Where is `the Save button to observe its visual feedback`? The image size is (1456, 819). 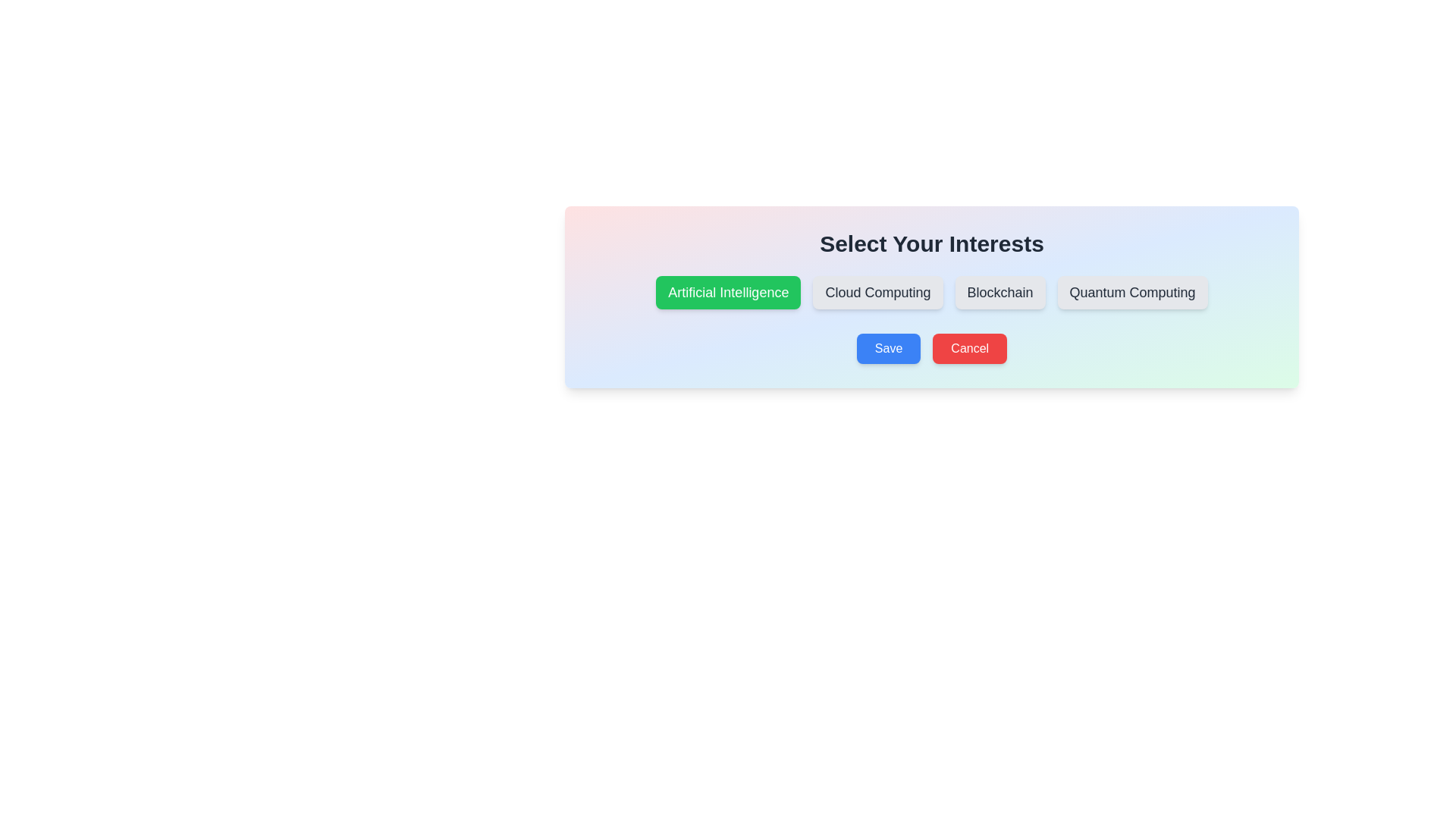
the Save button to observe its visual feedback is located at coordinates (889, 348).